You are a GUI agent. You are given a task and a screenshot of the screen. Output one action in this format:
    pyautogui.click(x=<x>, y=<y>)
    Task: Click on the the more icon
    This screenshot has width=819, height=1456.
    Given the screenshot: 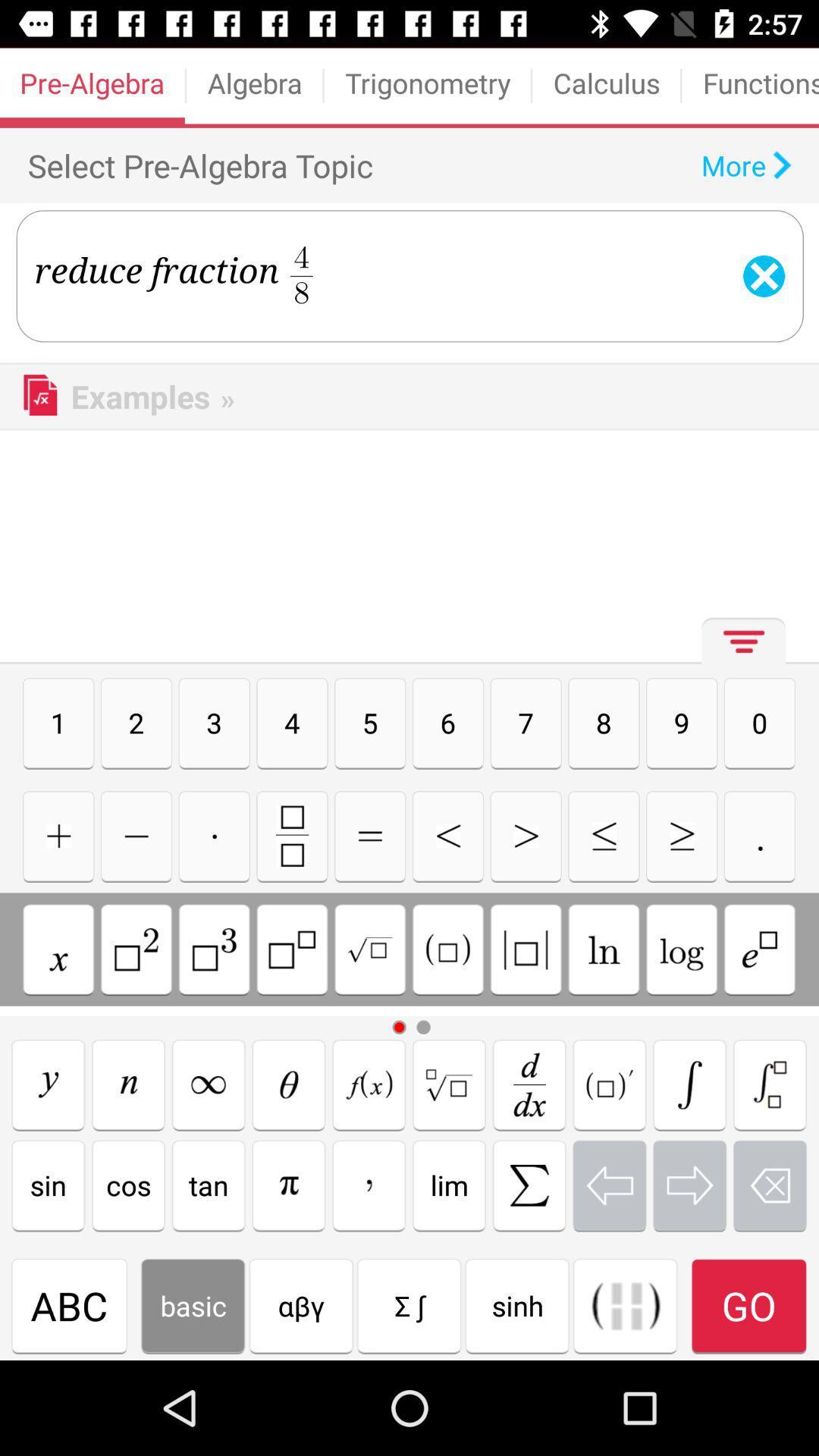 What is the action you would take?
    pyautogui.click(x=739, y=647)
    